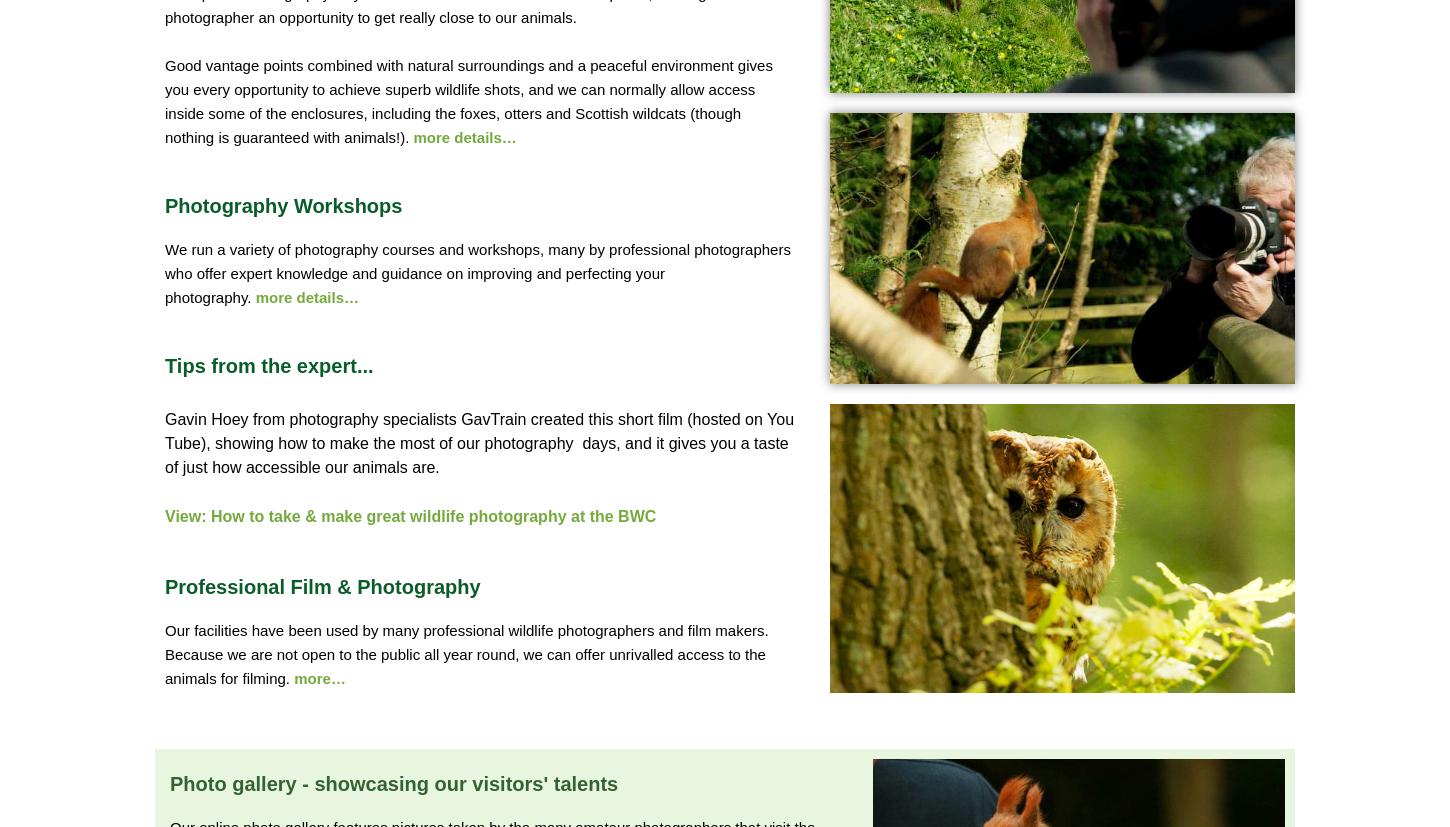  I want to click on 'more…', so click(319, 676).